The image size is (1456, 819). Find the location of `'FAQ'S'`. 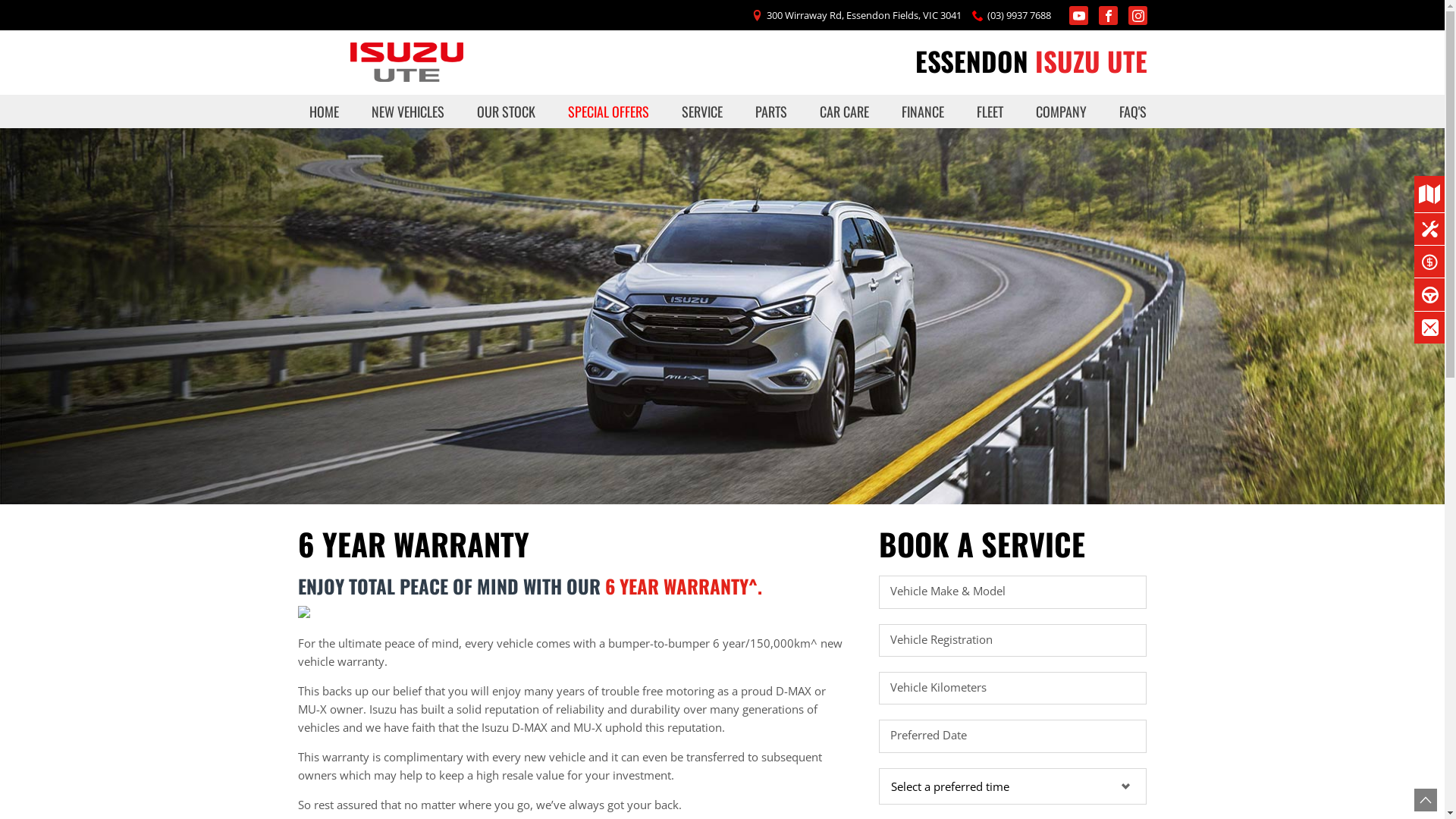

'FAQ'S' is located at coordinates (1127, 110).